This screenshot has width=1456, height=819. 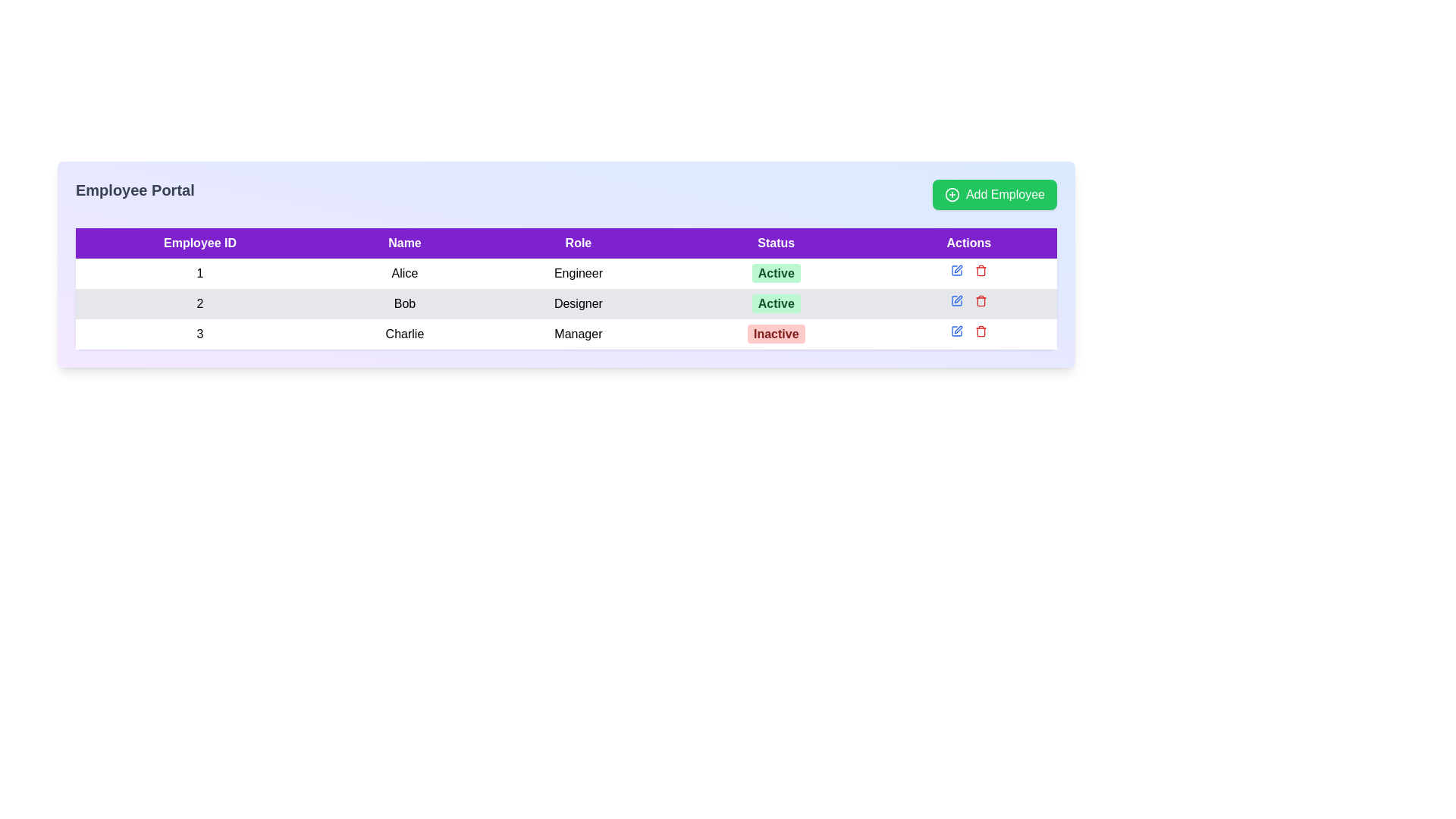 What do you see at coordinates (981, 270) in the screenshot?
I see `the delete button located in the rightmost column under the 'Actions' header of the table row` at bounding box center [981, 270].